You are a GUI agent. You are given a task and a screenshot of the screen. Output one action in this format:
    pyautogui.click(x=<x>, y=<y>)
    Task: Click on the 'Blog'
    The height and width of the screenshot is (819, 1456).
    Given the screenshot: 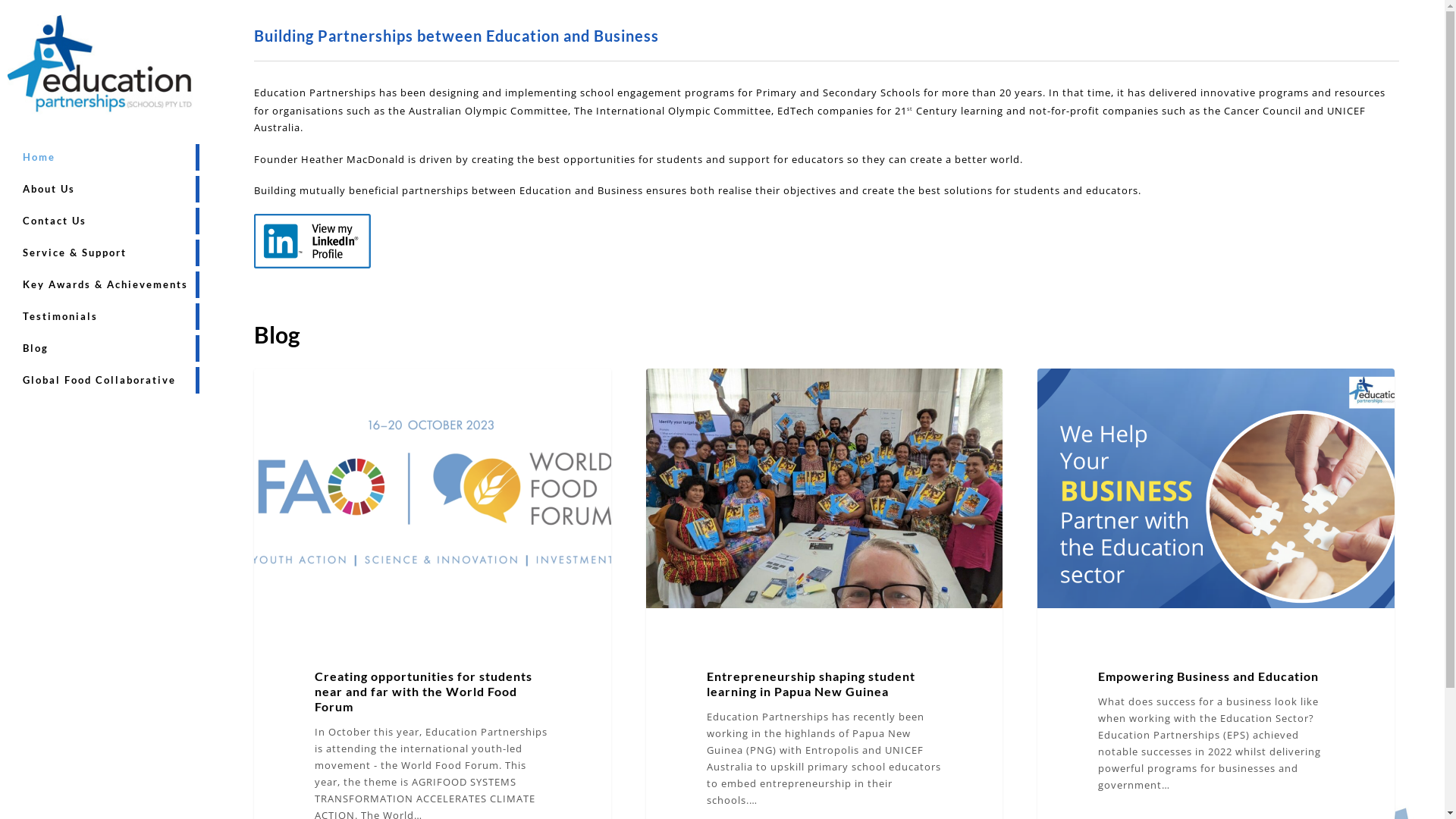 What is the action you would take?
    pyautogui.click(x=36, y=348)
    